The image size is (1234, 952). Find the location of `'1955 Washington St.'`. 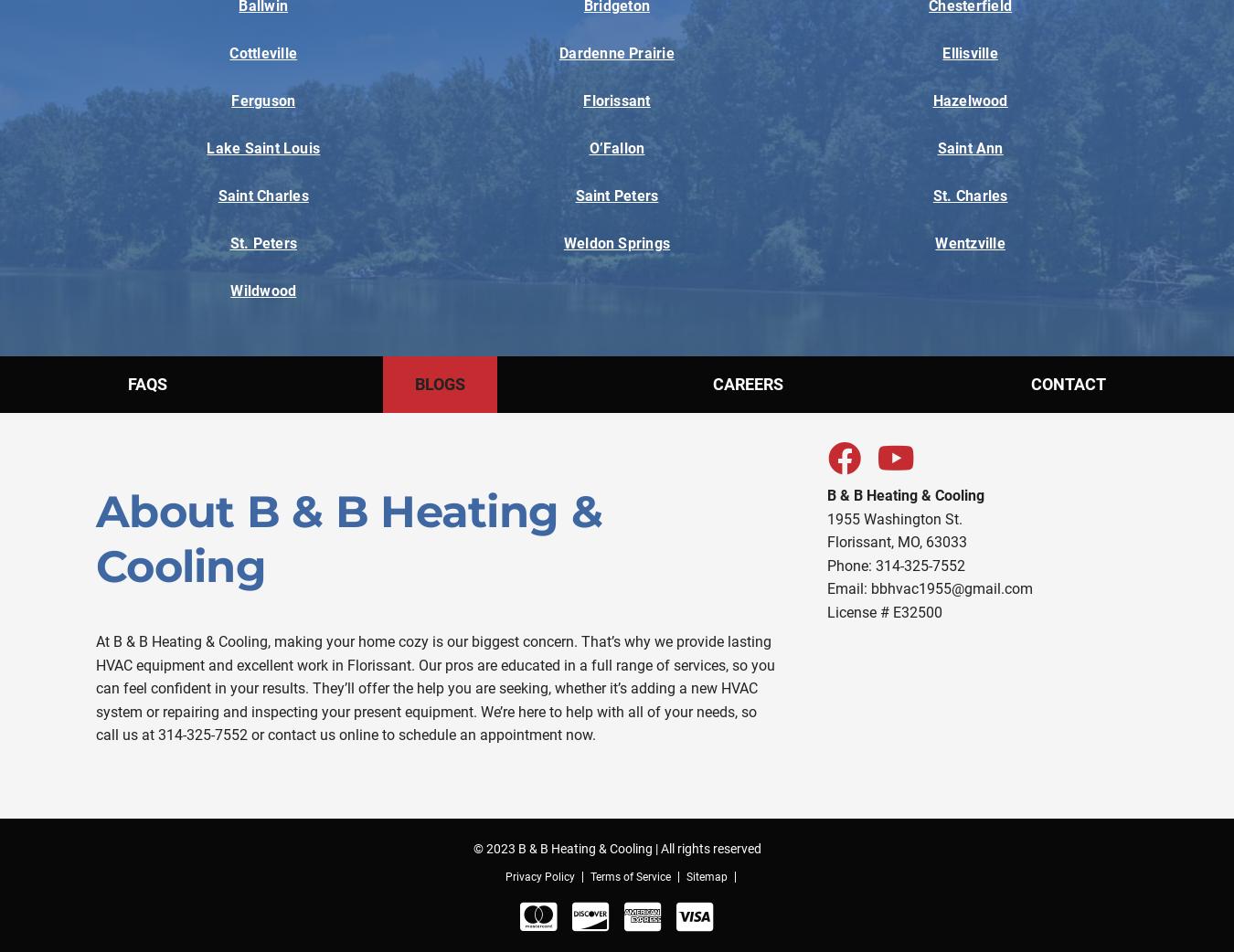

'1955 Washington St.' is located at coordinates (892, 517).